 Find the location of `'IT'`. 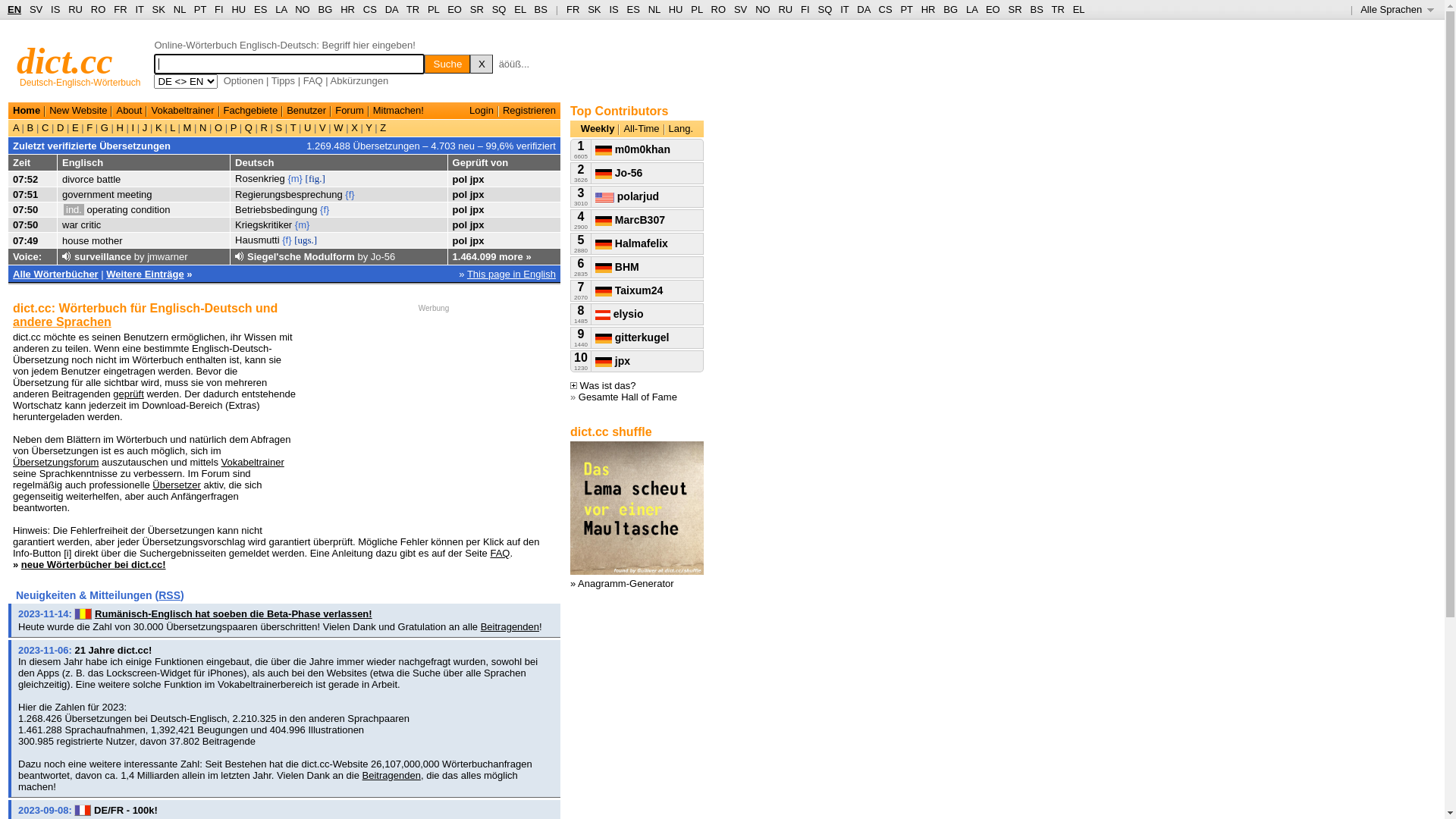

'IT' is located at coordinates (843, 9).